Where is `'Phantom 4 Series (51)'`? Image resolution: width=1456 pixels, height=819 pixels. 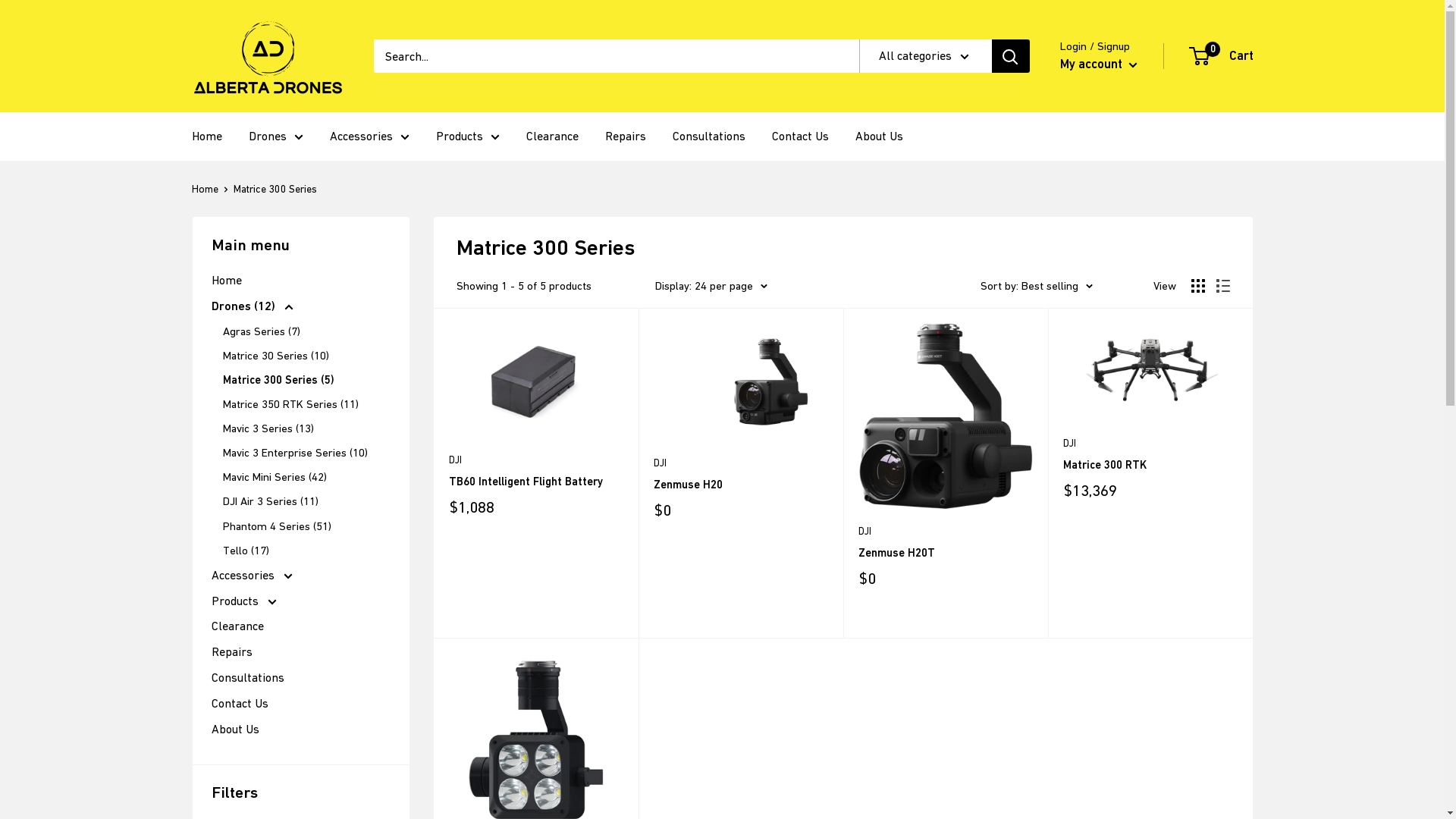
'Phantom 4 Series (51)' is located at coordinates (221, 526).